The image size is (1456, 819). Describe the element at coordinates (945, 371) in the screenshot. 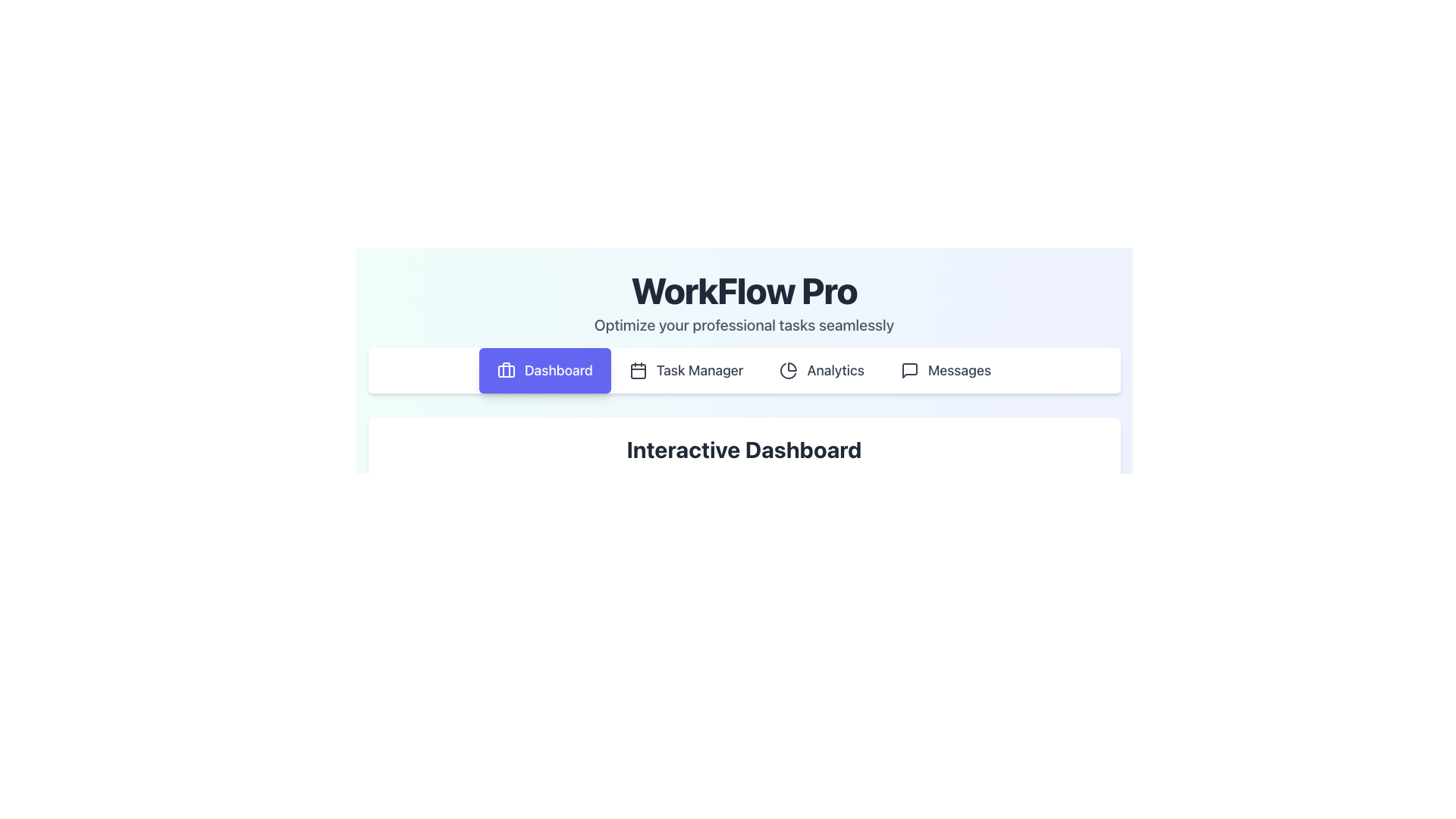

I see `the 'Messages' button, which is a rectangular button located at the far-right end of the navigation bar and features a chat bubble icon alongside the label 'Messages'` at that location.